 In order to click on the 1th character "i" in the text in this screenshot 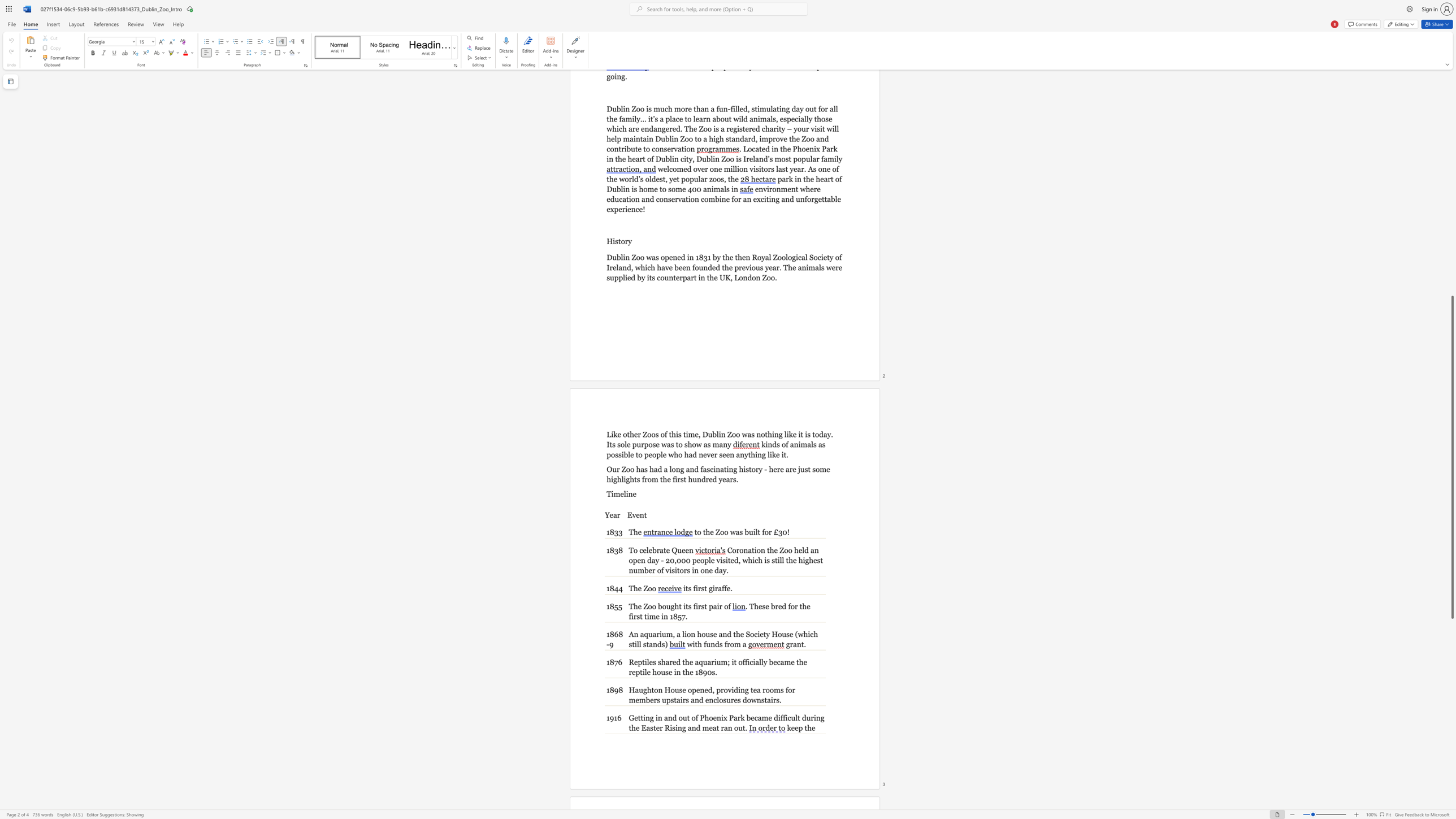, I will do `click(643, 717)`.